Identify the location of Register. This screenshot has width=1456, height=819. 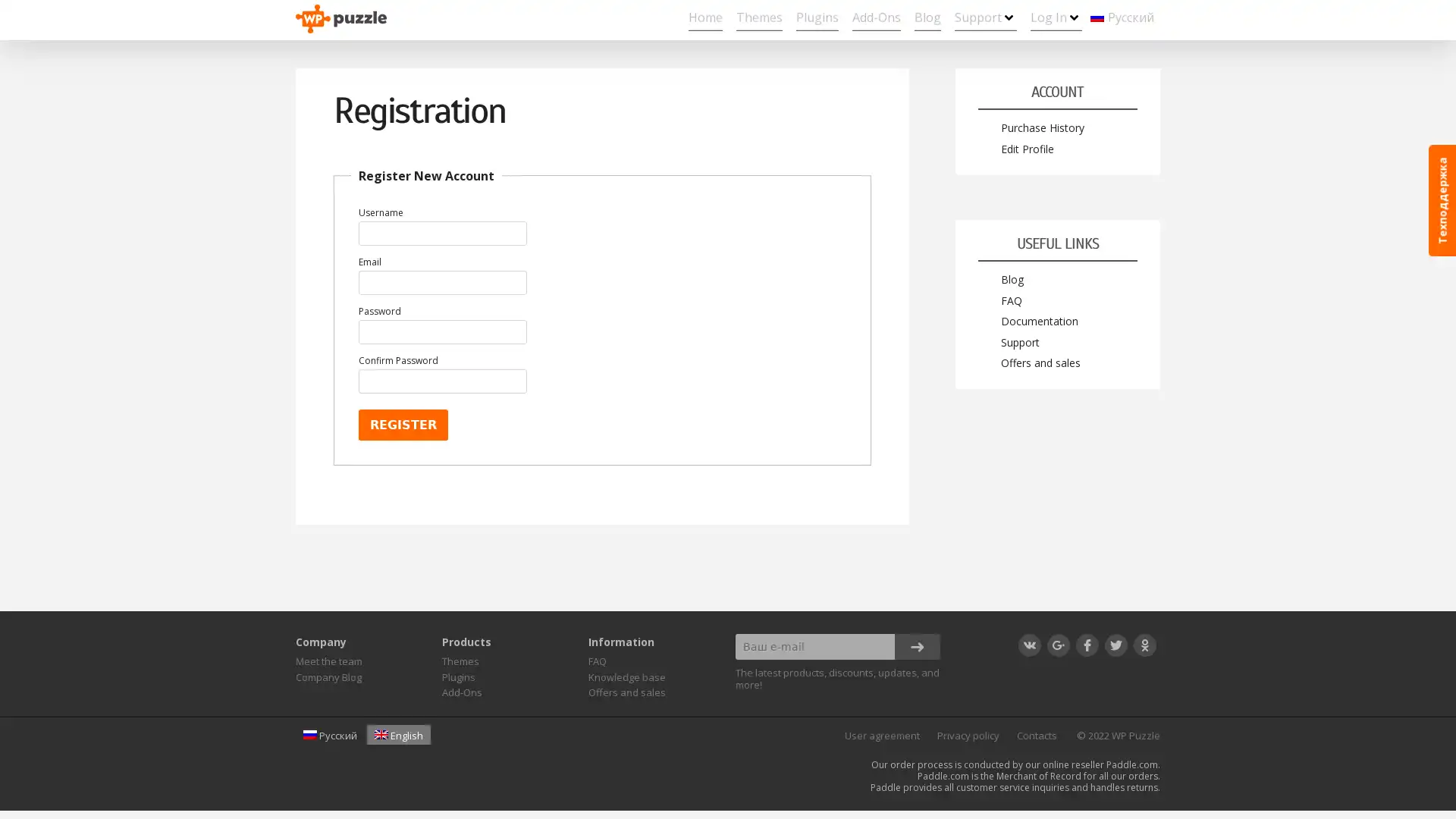
(403, 425).